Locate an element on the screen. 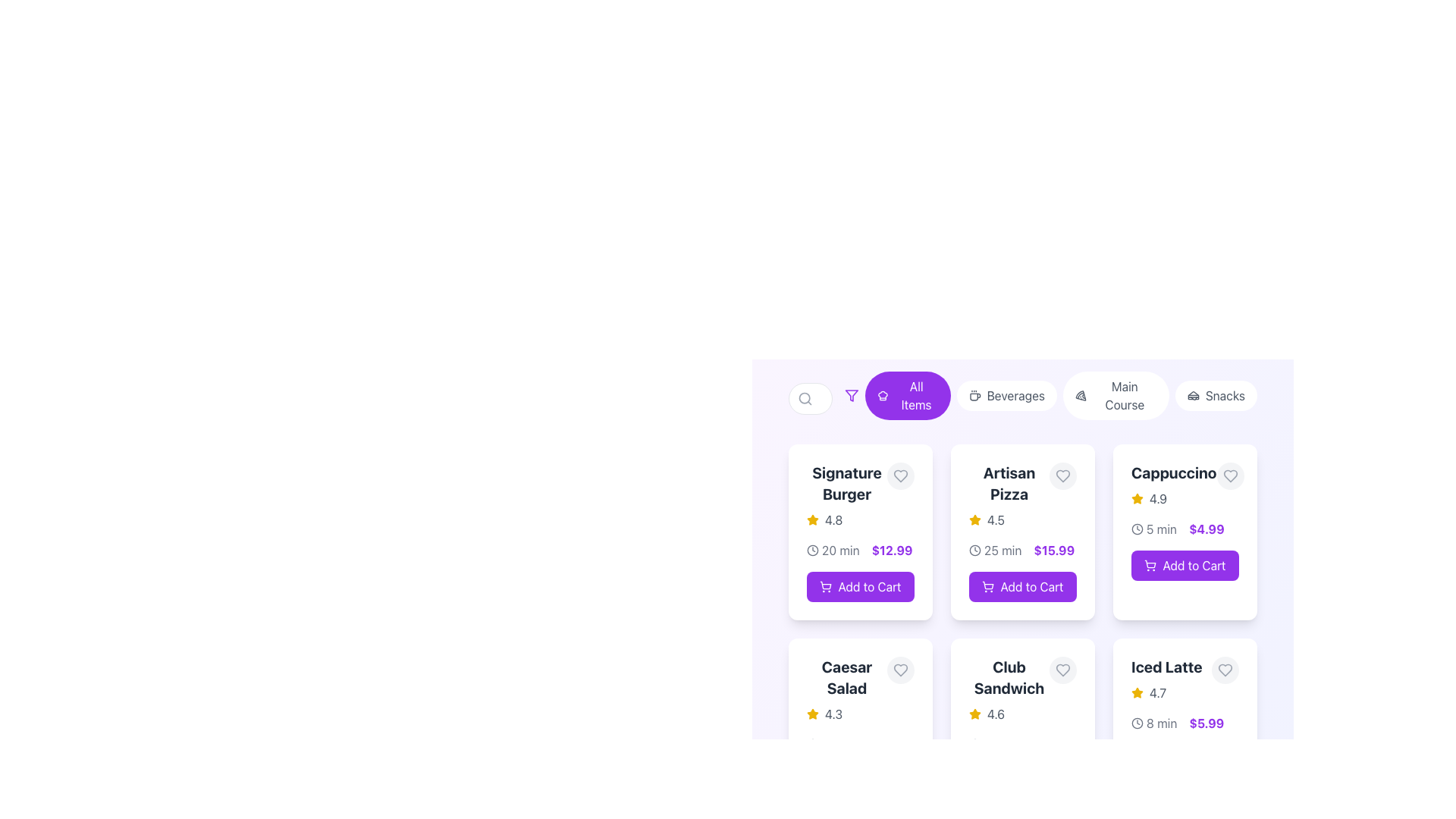 The width and height of the screenshot is (1456, 819). the purple triangular filter icon located in the top navigation bar, which is grouped with the 'Filter' option is located at coordinates (852, 394).